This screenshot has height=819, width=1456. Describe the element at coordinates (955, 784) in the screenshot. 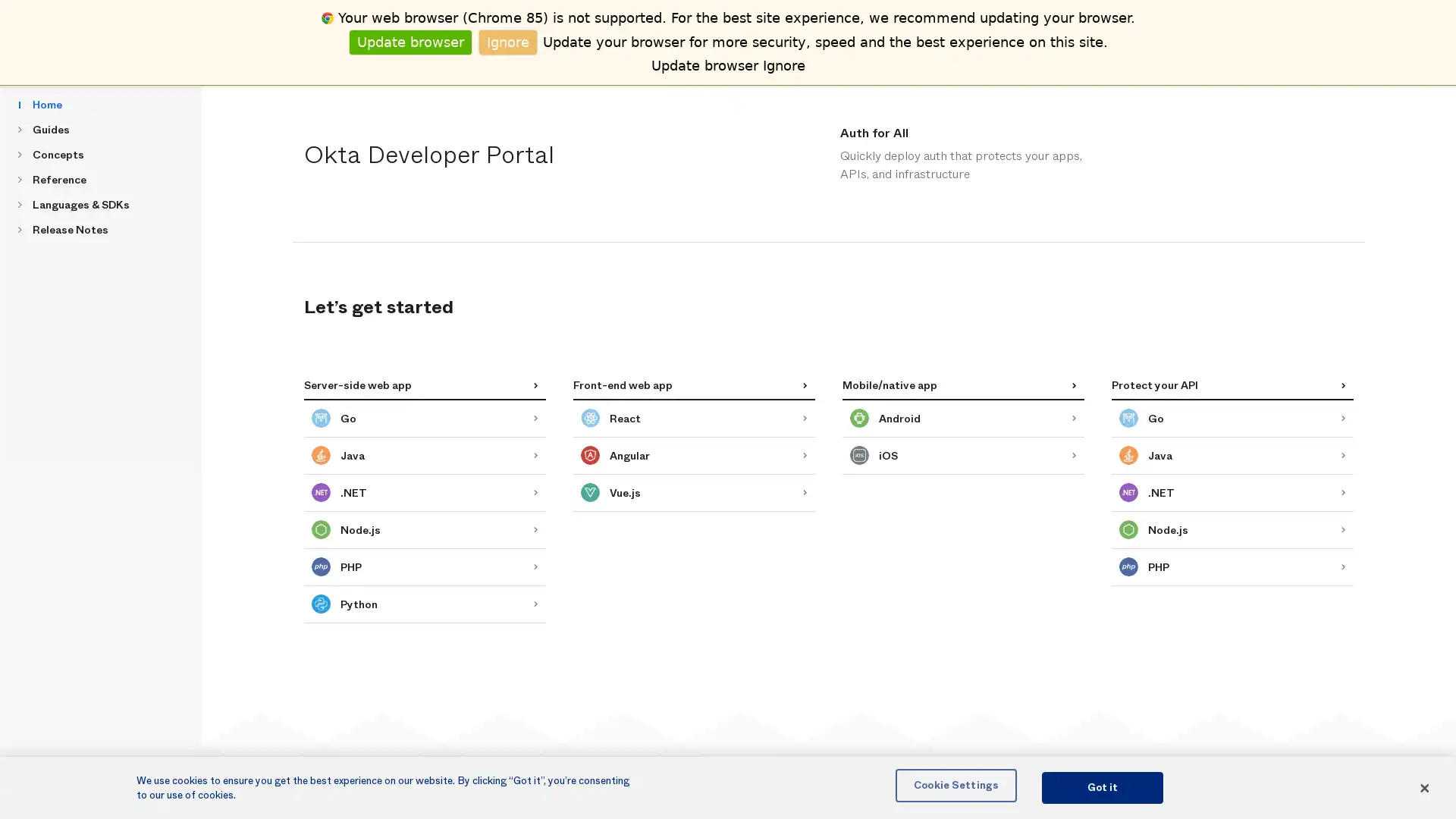

I see `Cookie Settings` at that location.